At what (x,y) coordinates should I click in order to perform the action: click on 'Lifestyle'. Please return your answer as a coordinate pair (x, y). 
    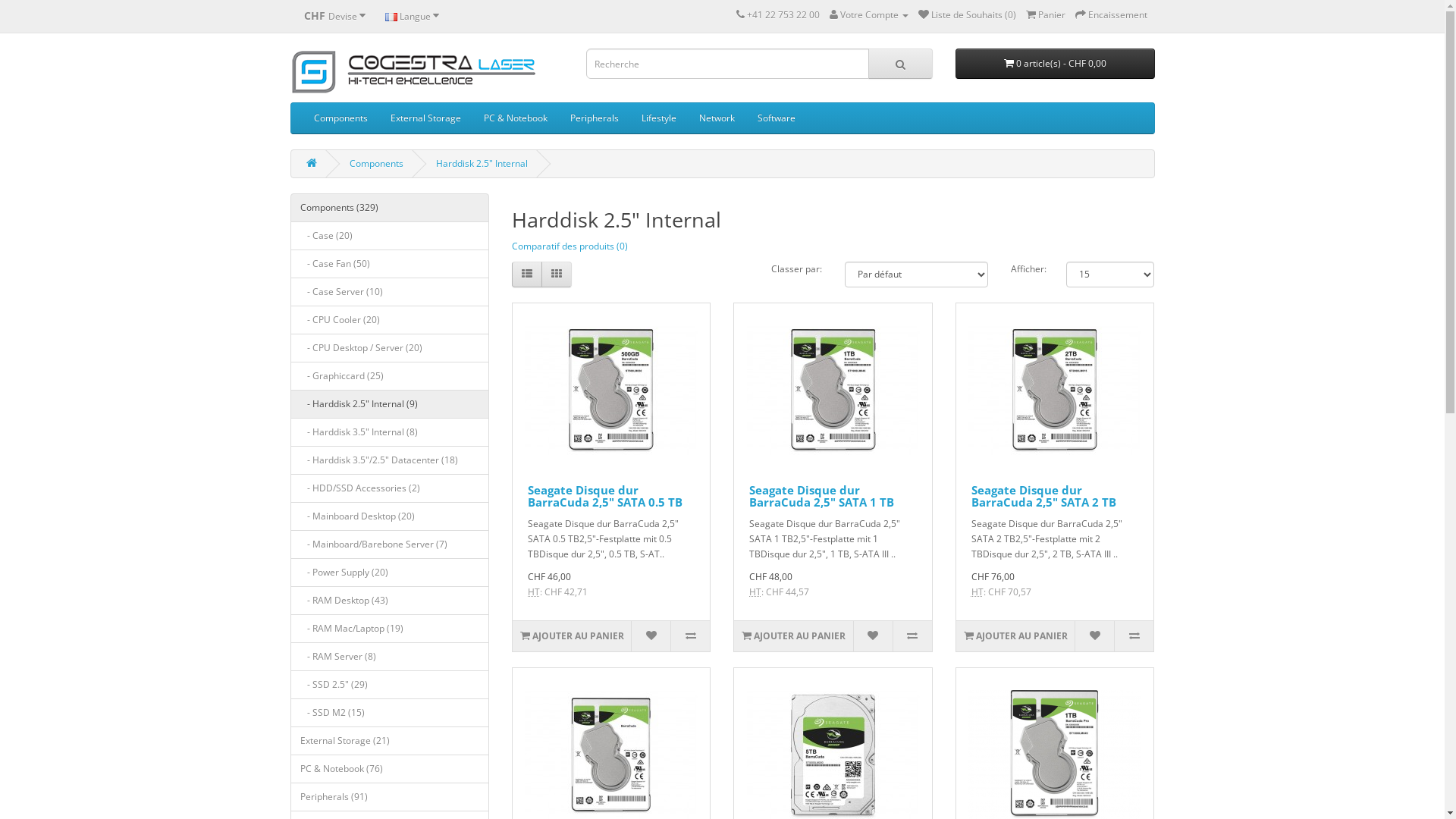
    Looking at the image, I should click on (658, 117).